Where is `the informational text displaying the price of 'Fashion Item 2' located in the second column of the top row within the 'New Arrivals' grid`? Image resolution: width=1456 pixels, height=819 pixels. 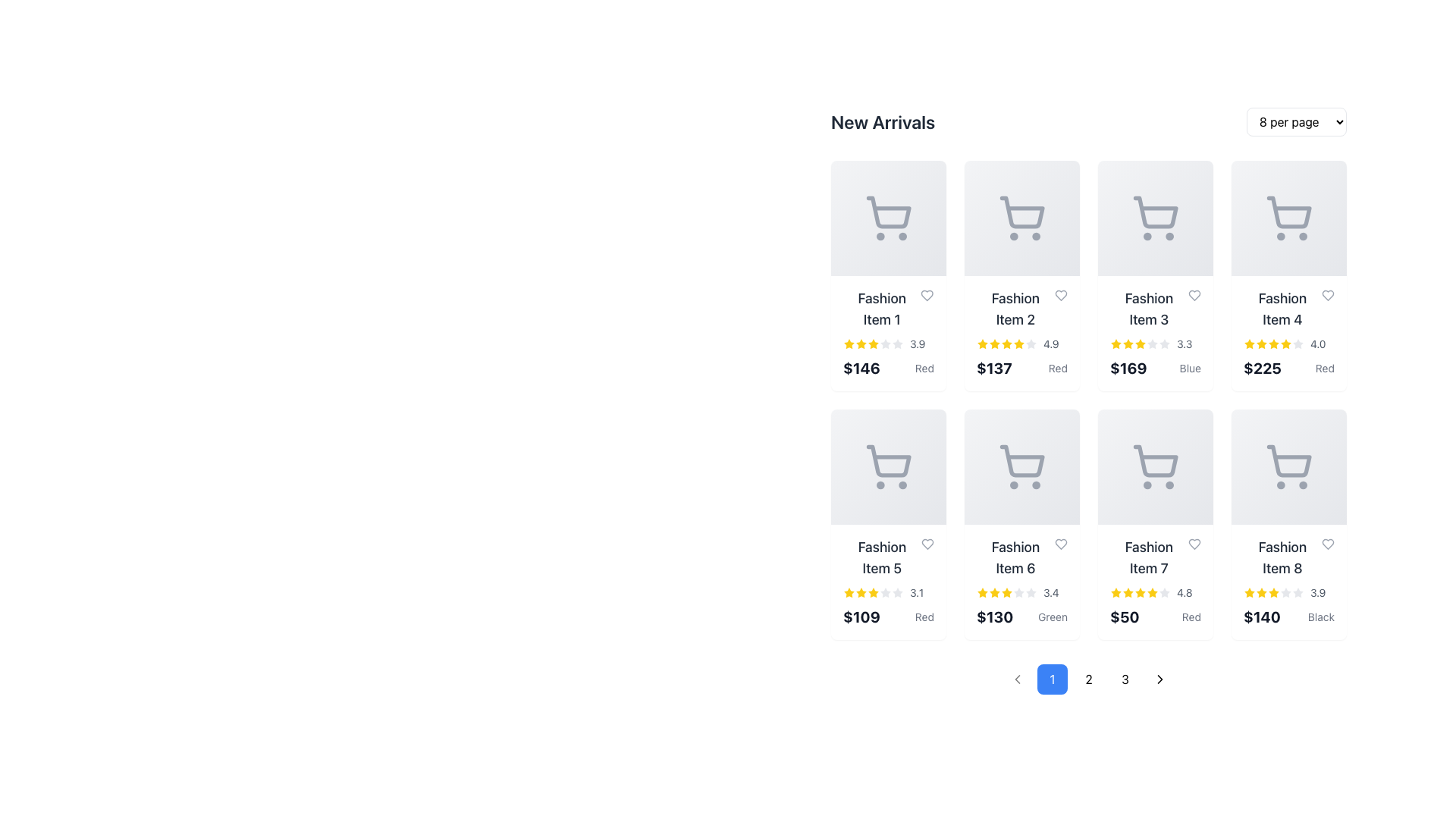 the informational text displaying the price of 'Fashion Item 2' located in the second column of the top row within the 'New Arrivals' grid is located at coordinates (994, 369).